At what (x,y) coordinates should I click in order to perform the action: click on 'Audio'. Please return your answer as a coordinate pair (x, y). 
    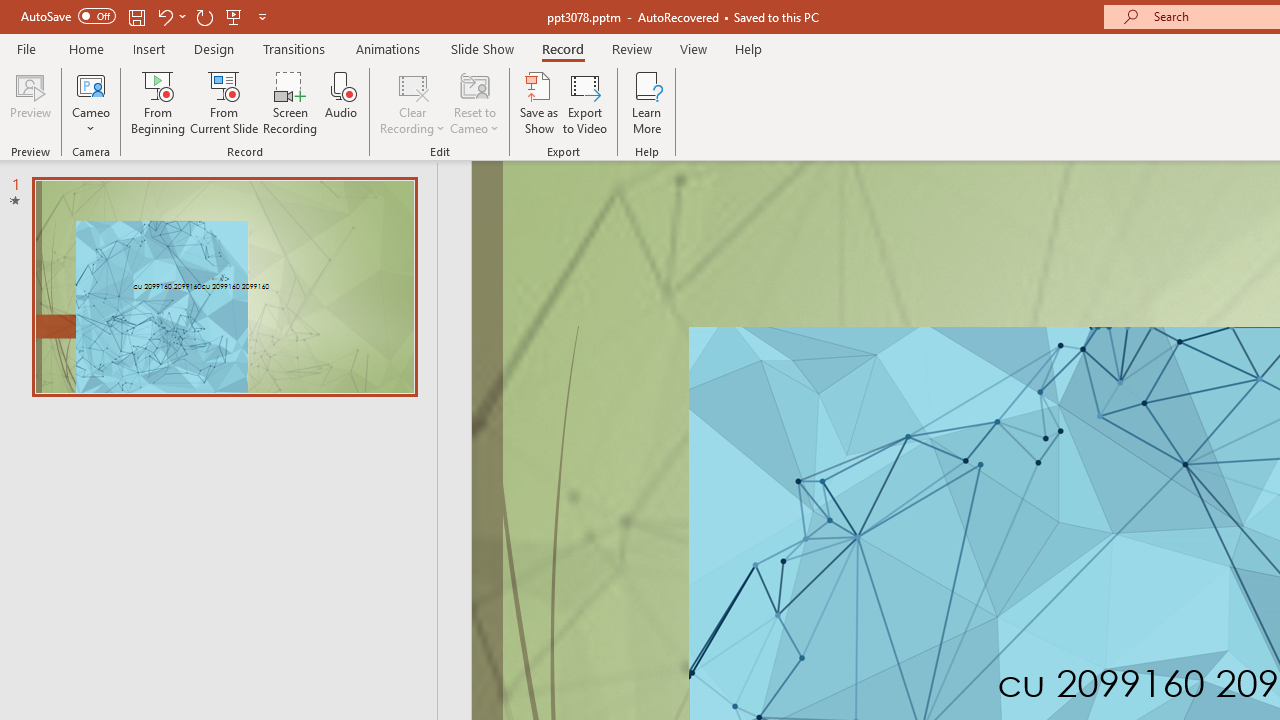
    Looking at the image, I should click on (341, 103).